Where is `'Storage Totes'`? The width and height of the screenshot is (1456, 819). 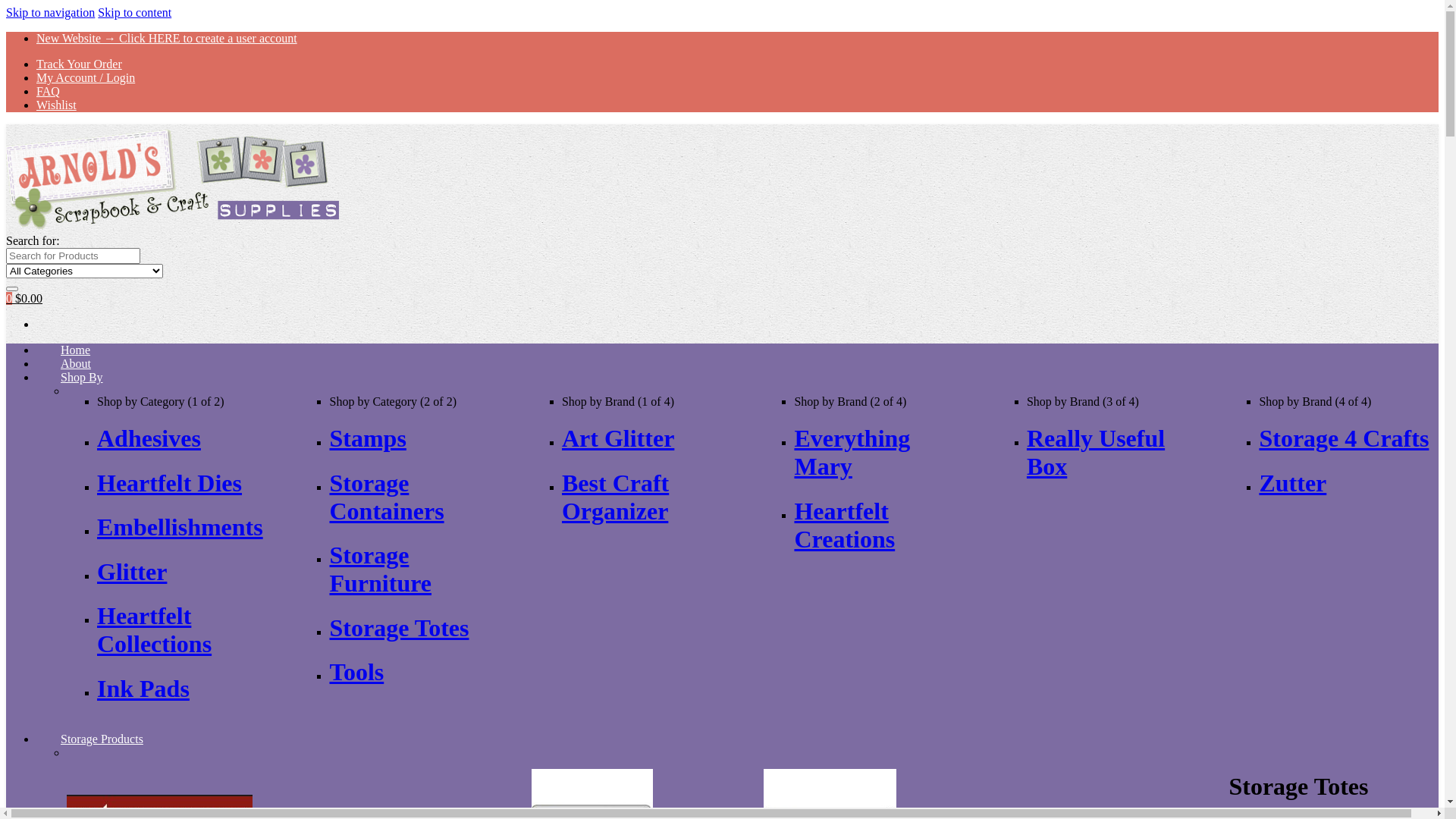
'Storage Totes' is located at coordinates (399, 628).